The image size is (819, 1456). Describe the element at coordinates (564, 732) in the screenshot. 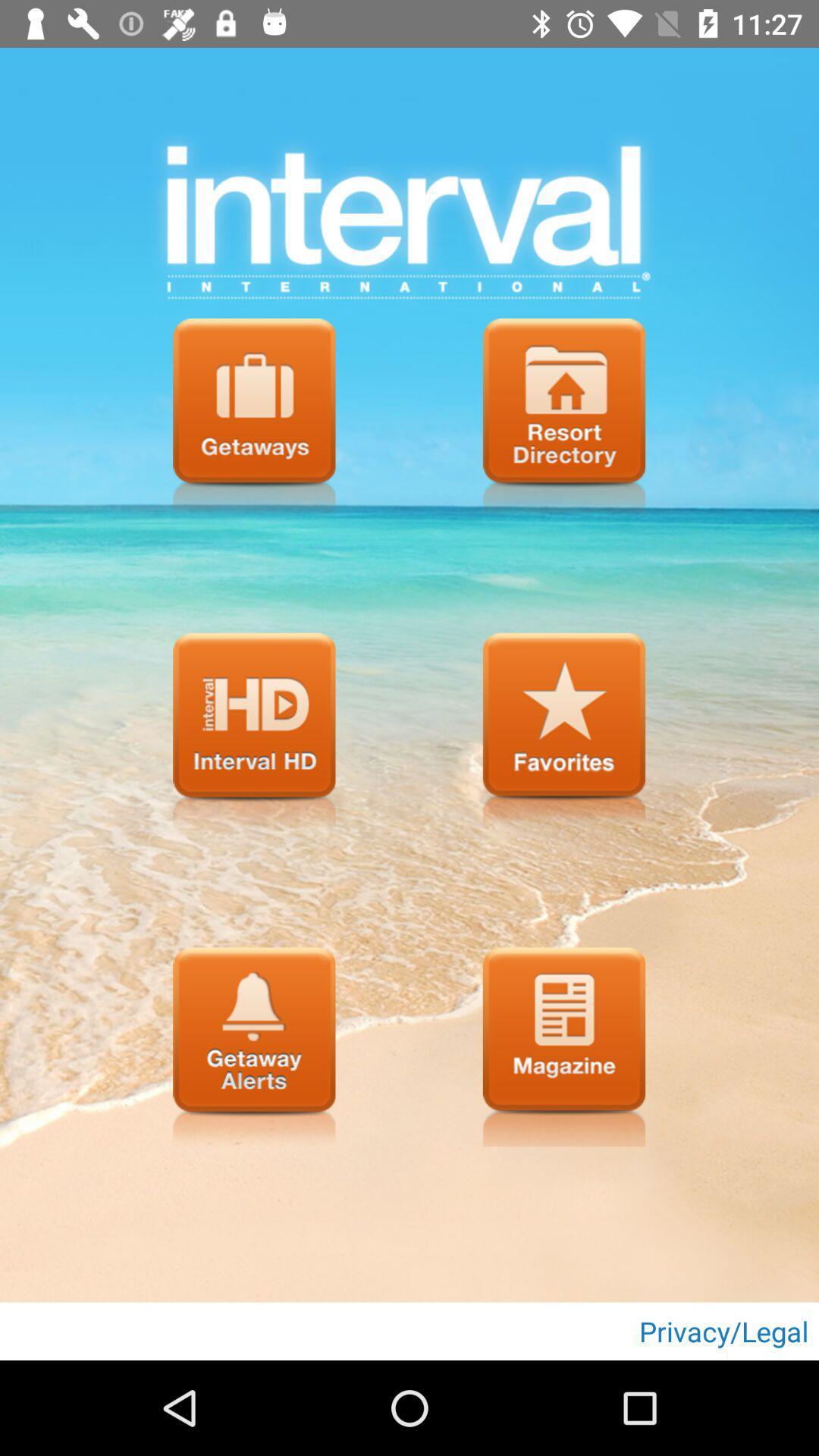

I see `menu button` at that location.